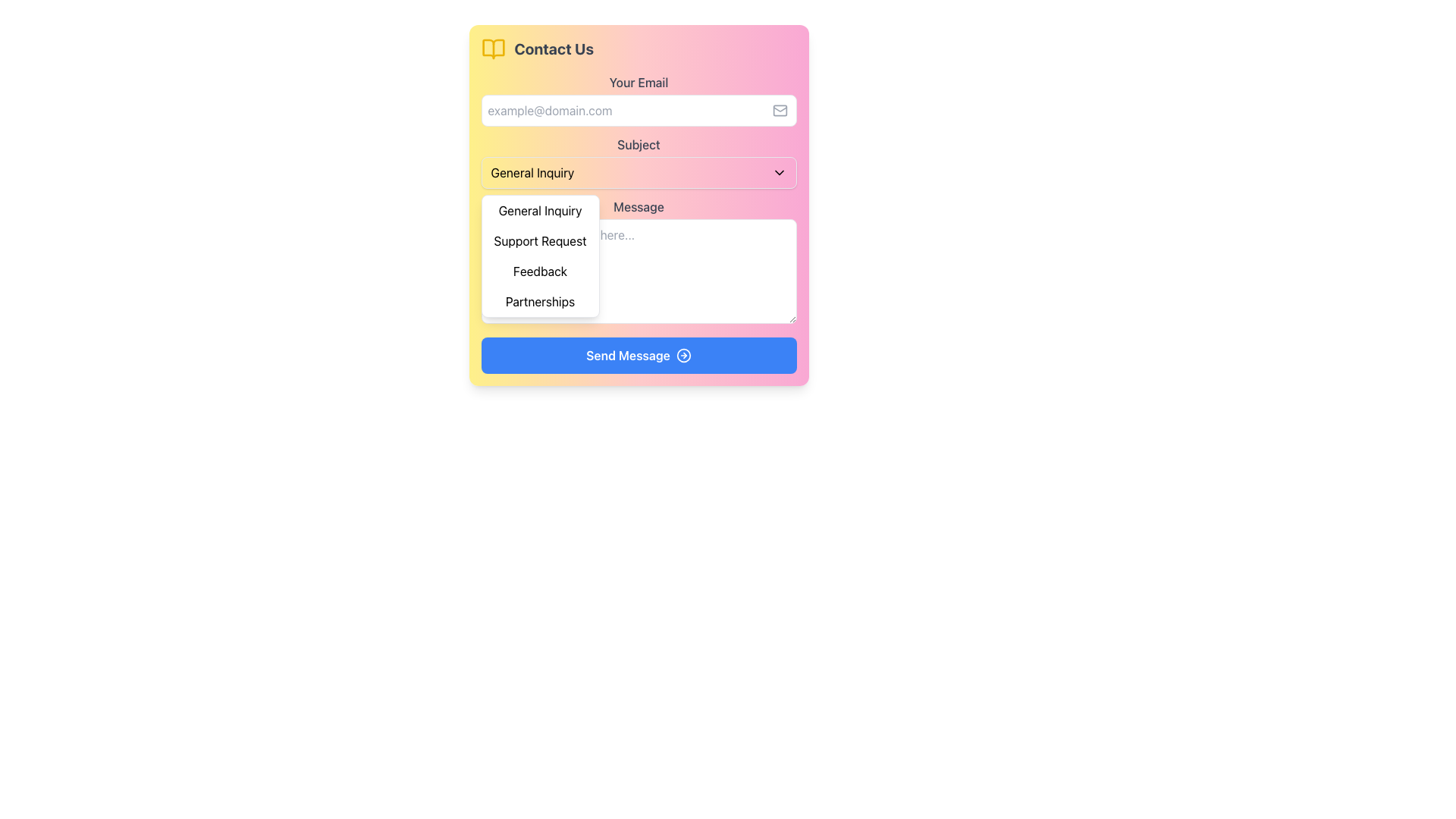  I want to click on the central circular part of the blue-filled icon next to the 'Send Message' button to interact with it, so click(682, 356).